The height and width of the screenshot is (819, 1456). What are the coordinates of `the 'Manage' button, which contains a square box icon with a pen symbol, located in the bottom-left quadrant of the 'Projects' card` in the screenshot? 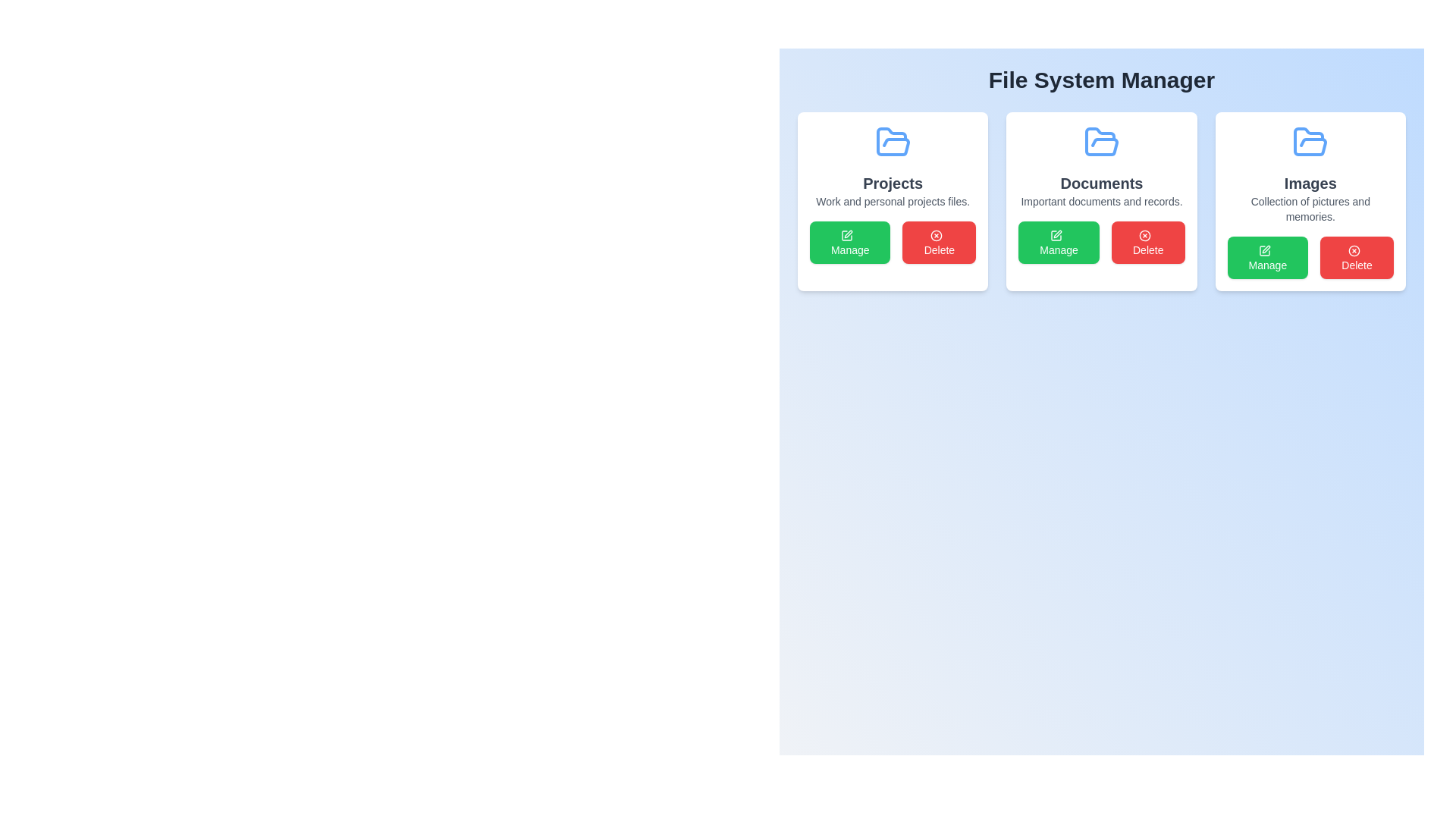 It's located at (846, 236).